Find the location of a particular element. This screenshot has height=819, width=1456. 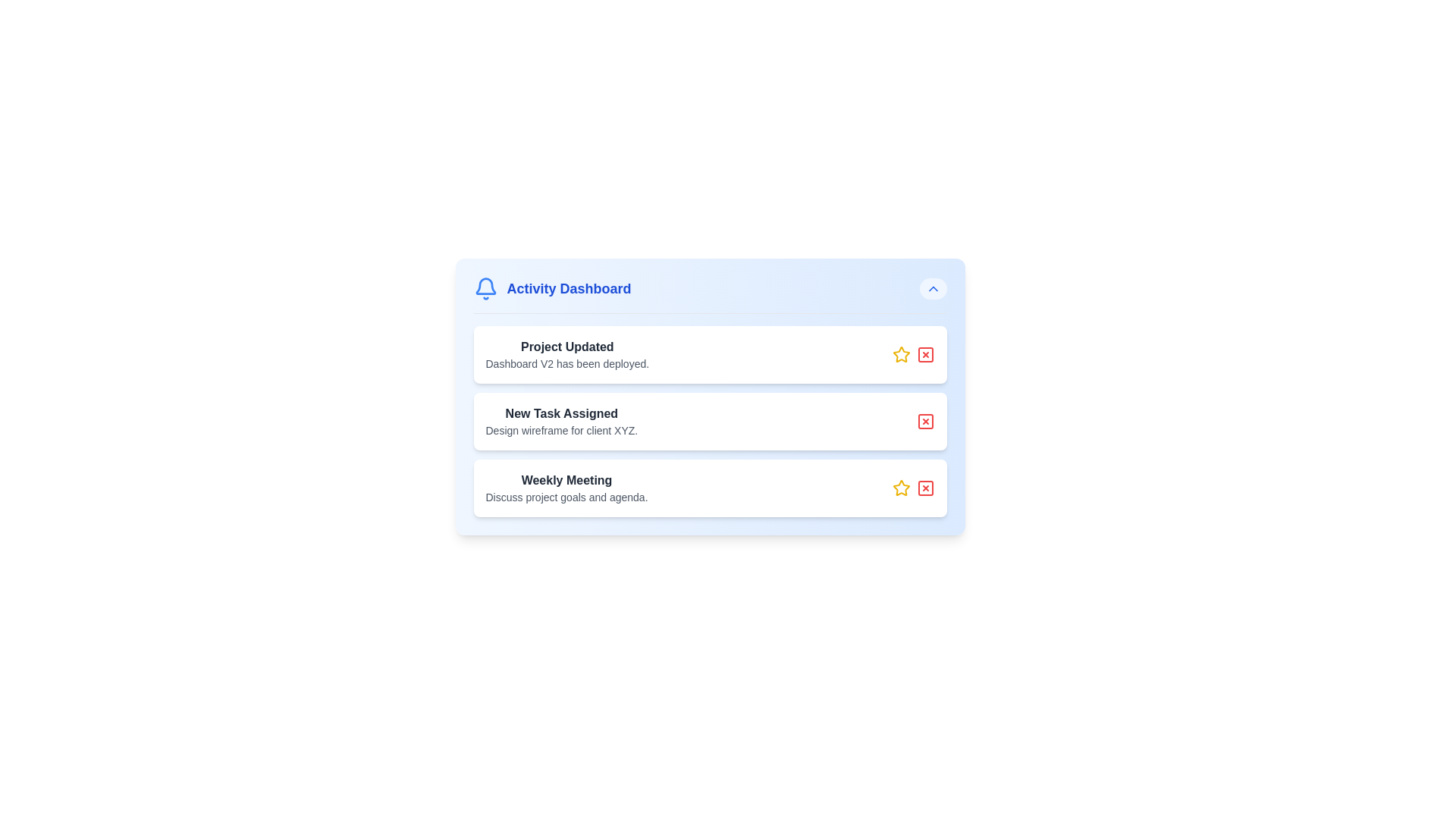

the static text block that displays information about a scheduled event or task, located in the third card from the top in the 'Activity Dashboard' panel is located at coordinates (566, 488).